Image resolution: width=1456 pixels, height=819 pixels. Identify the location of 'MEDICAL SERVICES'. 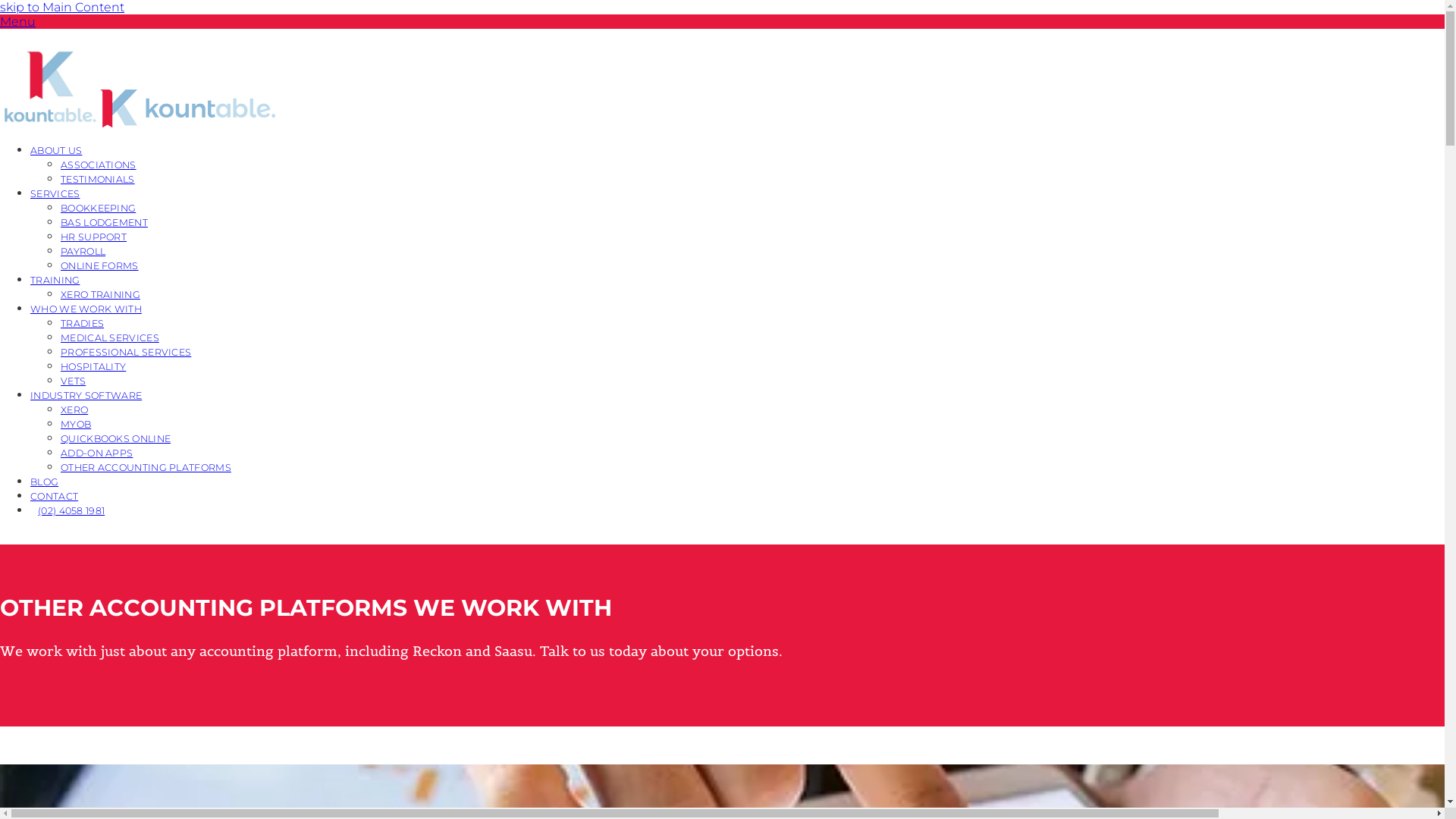
(108, 336).